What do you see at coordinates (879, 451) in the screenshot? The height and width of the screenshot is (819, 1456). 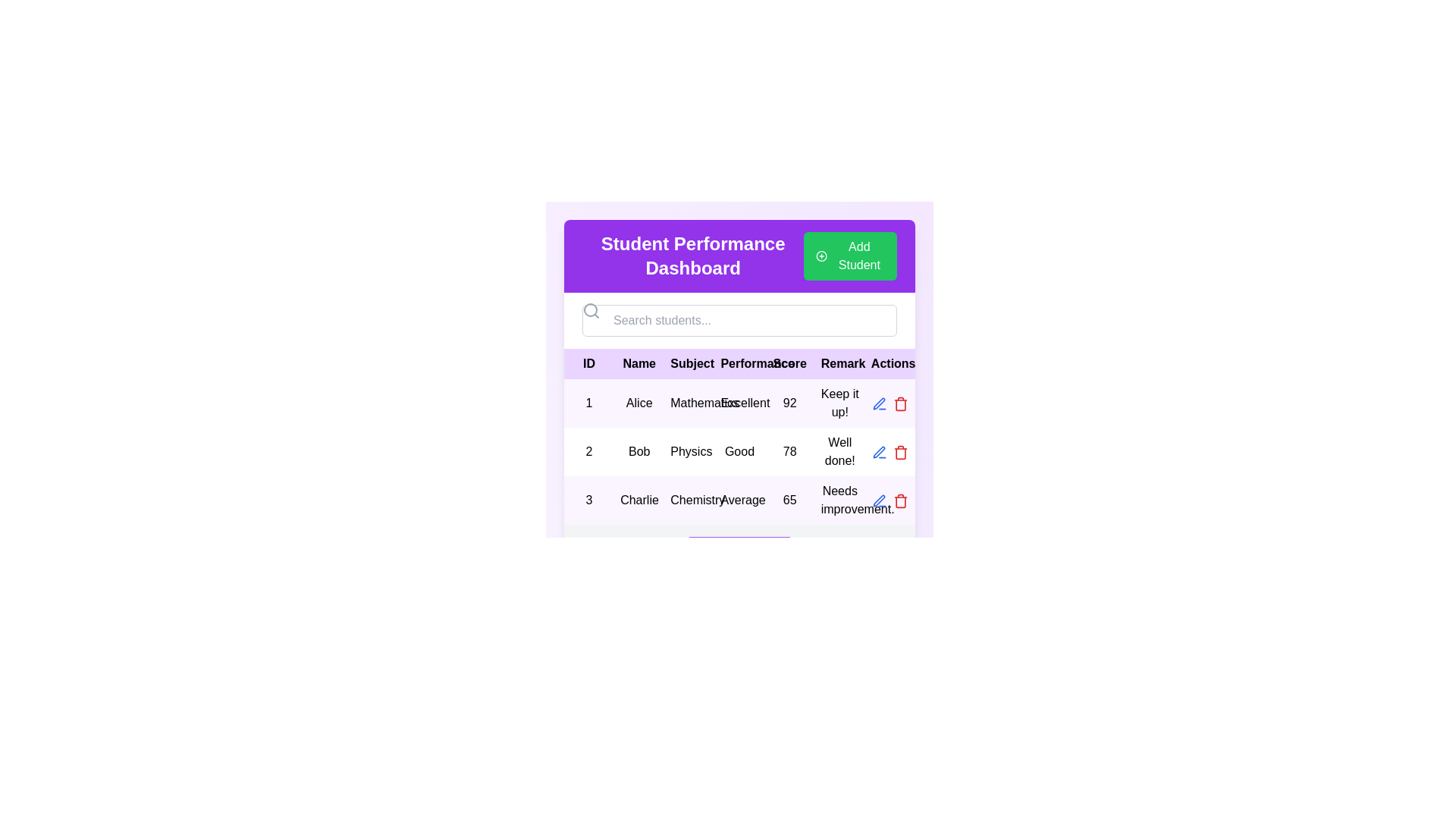 I see `the edit icon button represented by a pen or pencil located in the last column of the table for the student 'Charlie' in the 'Chemistry' row` at bounding box center [879, 451].